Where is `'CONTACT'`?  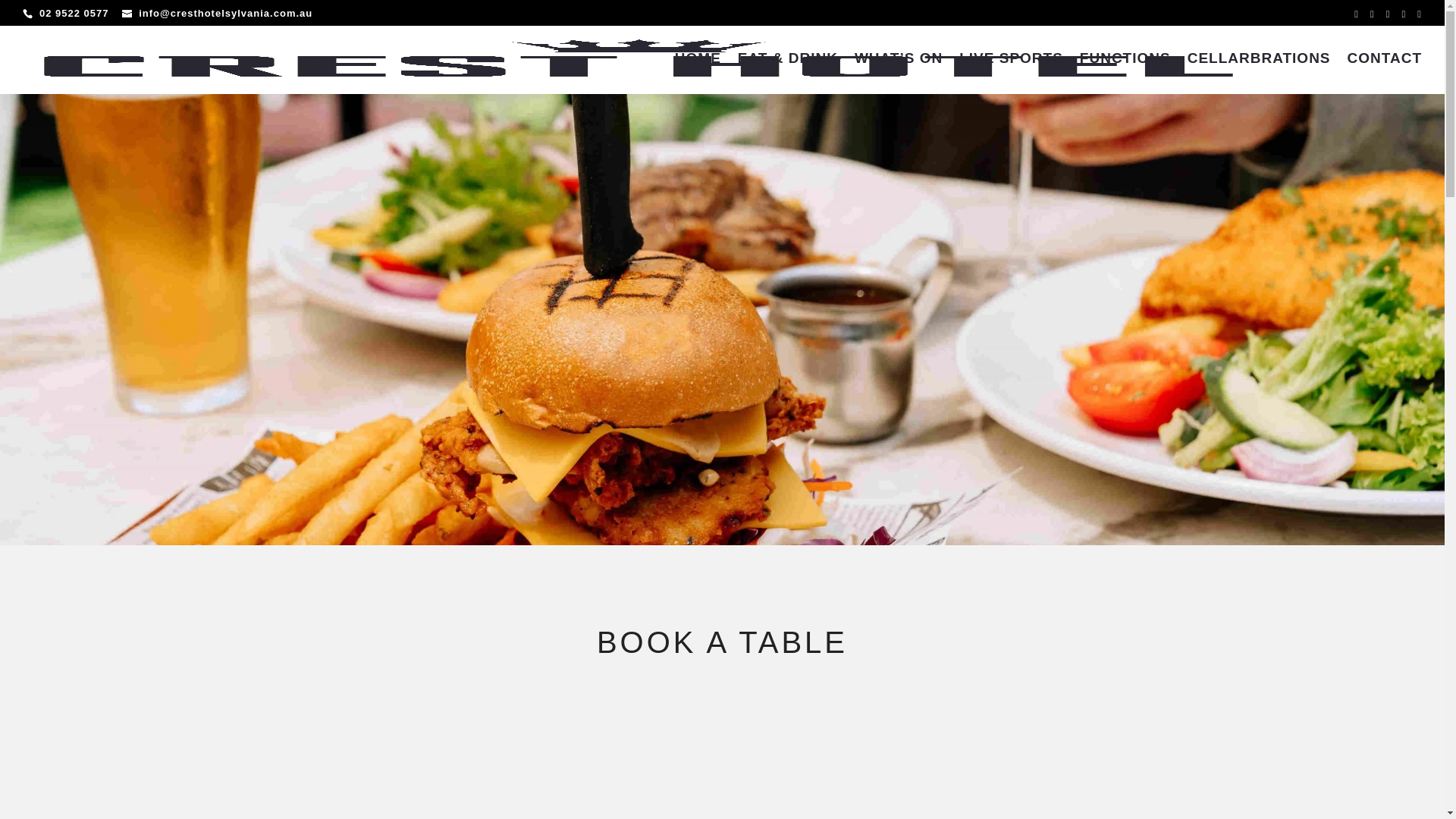
'CONTACT' is located at coordinates (1384, 73).